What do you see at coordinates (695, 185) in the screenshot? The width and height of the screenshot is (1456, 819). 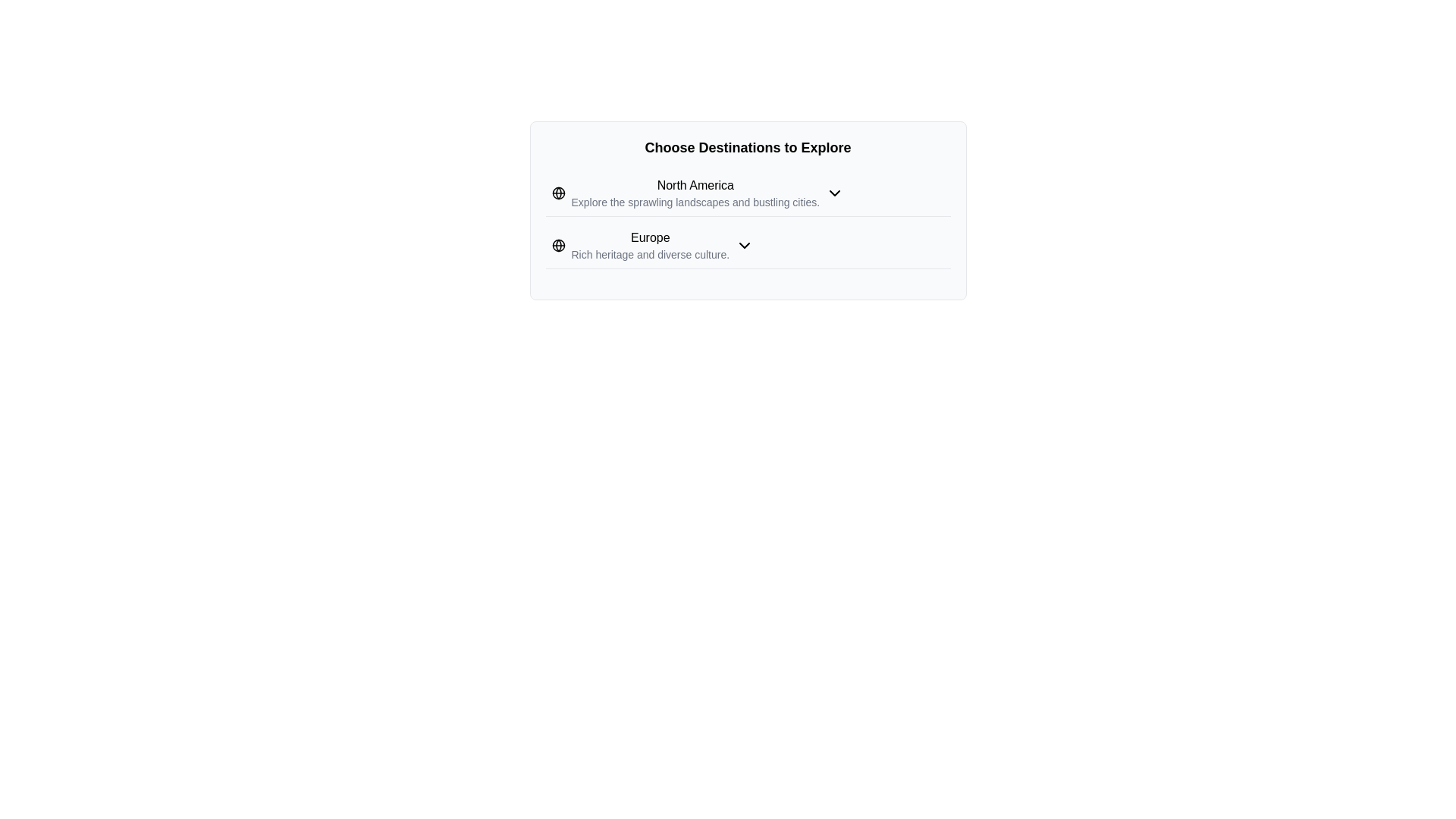 I see `the 'North America' text label which serves as a header for its section within the geographical selection interface` at bounding box center [695, 185].